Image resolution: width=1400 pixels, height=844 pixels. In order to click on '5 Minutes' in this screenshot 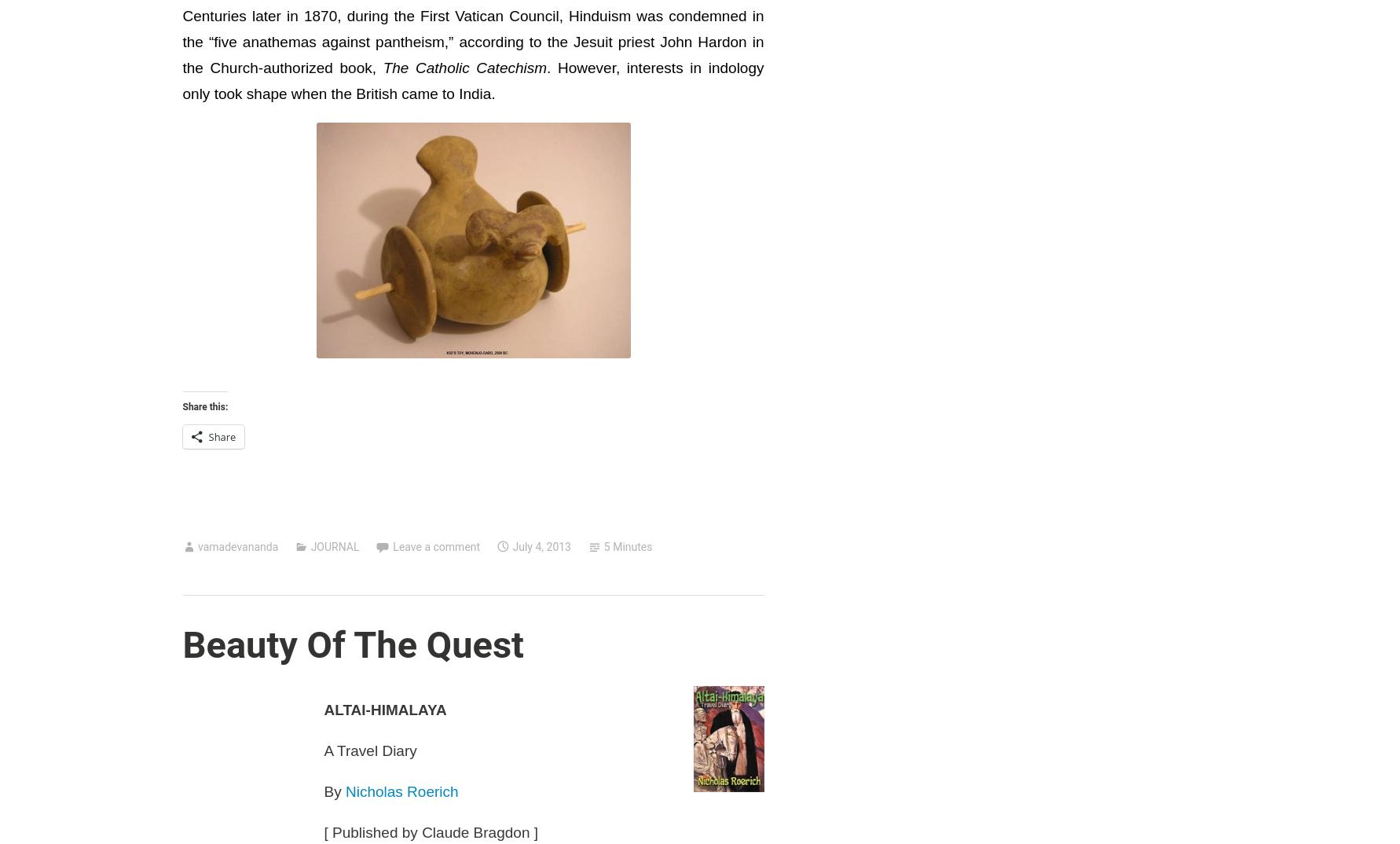, I will do `click(628, 545)`.